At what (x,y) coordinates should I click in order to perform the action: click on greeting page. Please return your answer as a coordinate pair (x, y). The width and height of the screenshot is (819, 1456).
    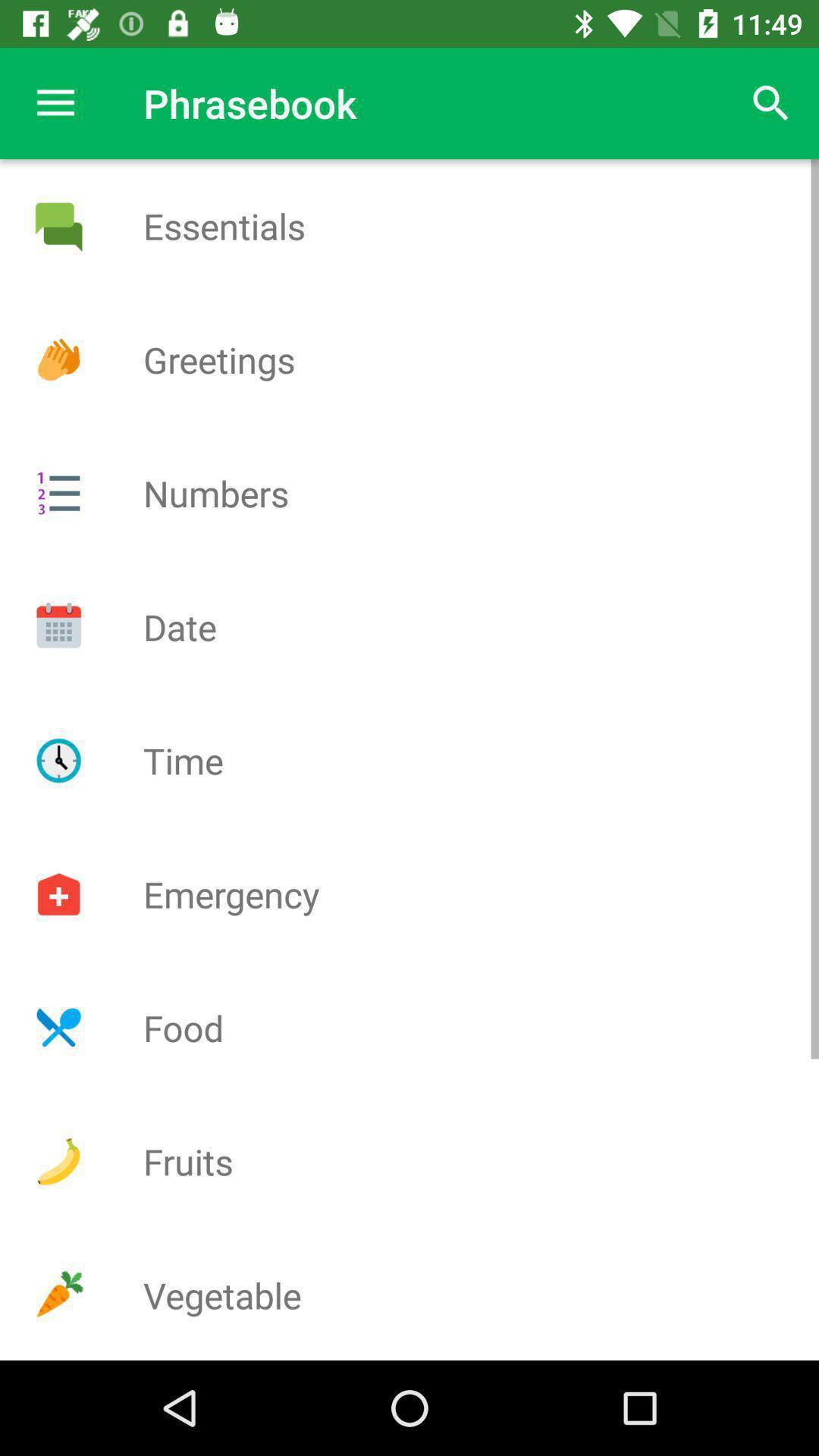
    Looking at the image, I should click on (58, 359).